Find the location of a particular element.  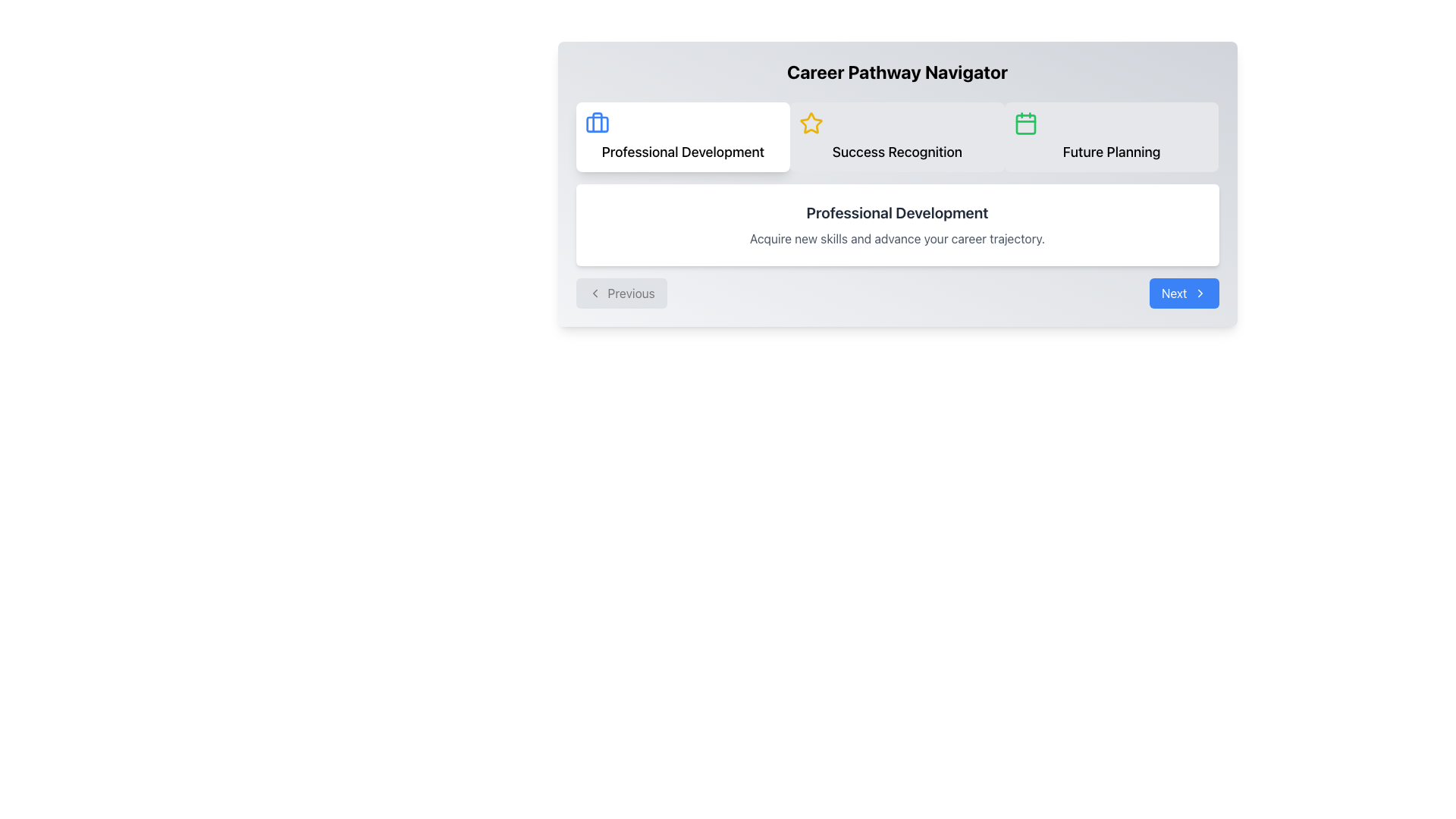

the chevron icon inside the 'Previous' button, which indicates leftward navigation is located at coordinates (594, 293).